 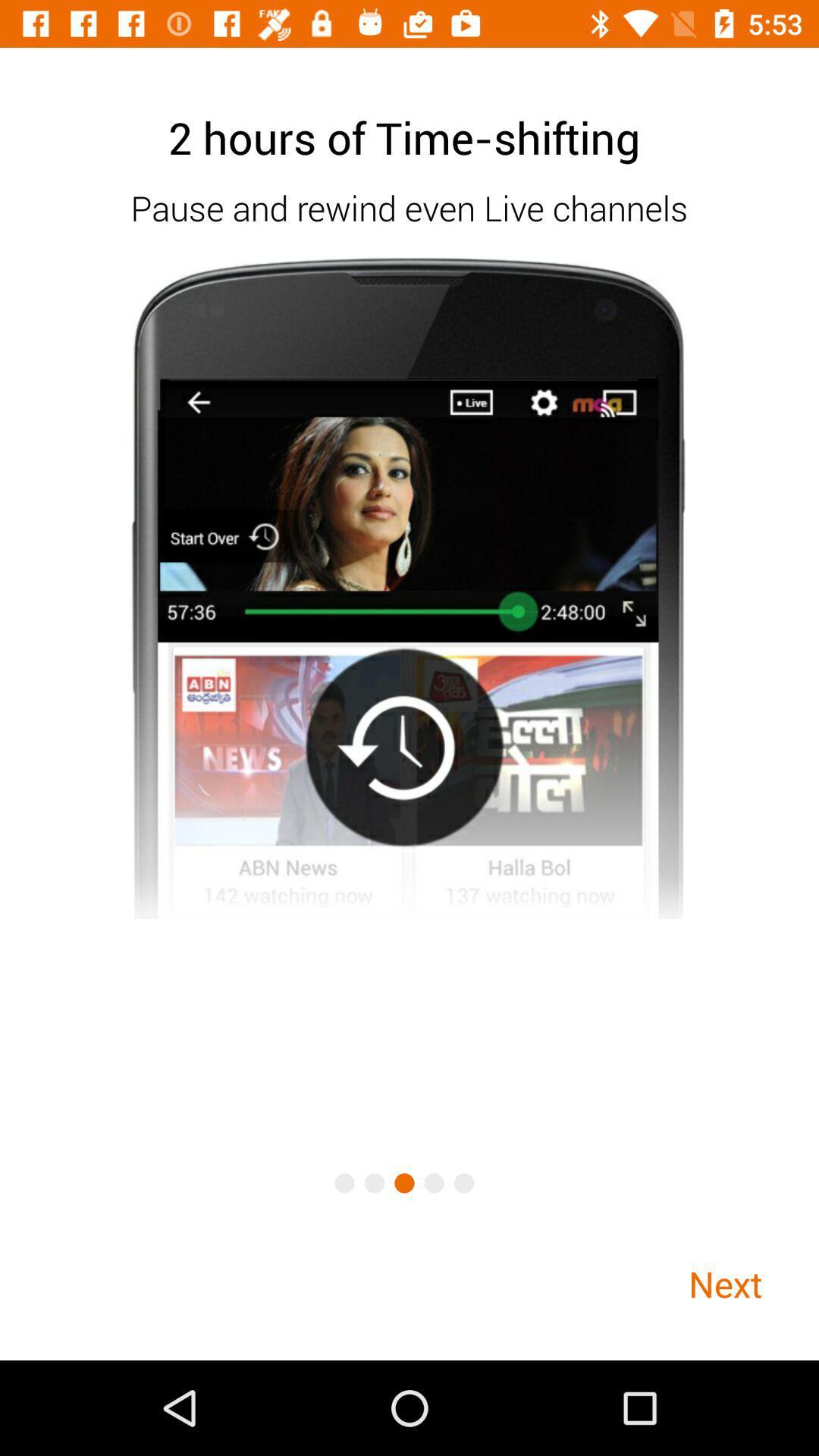 What do you see at coordinates (724, 1283) in the screenshot?
I see `item at the bottom right corner` at bounding box center [724, 1283].